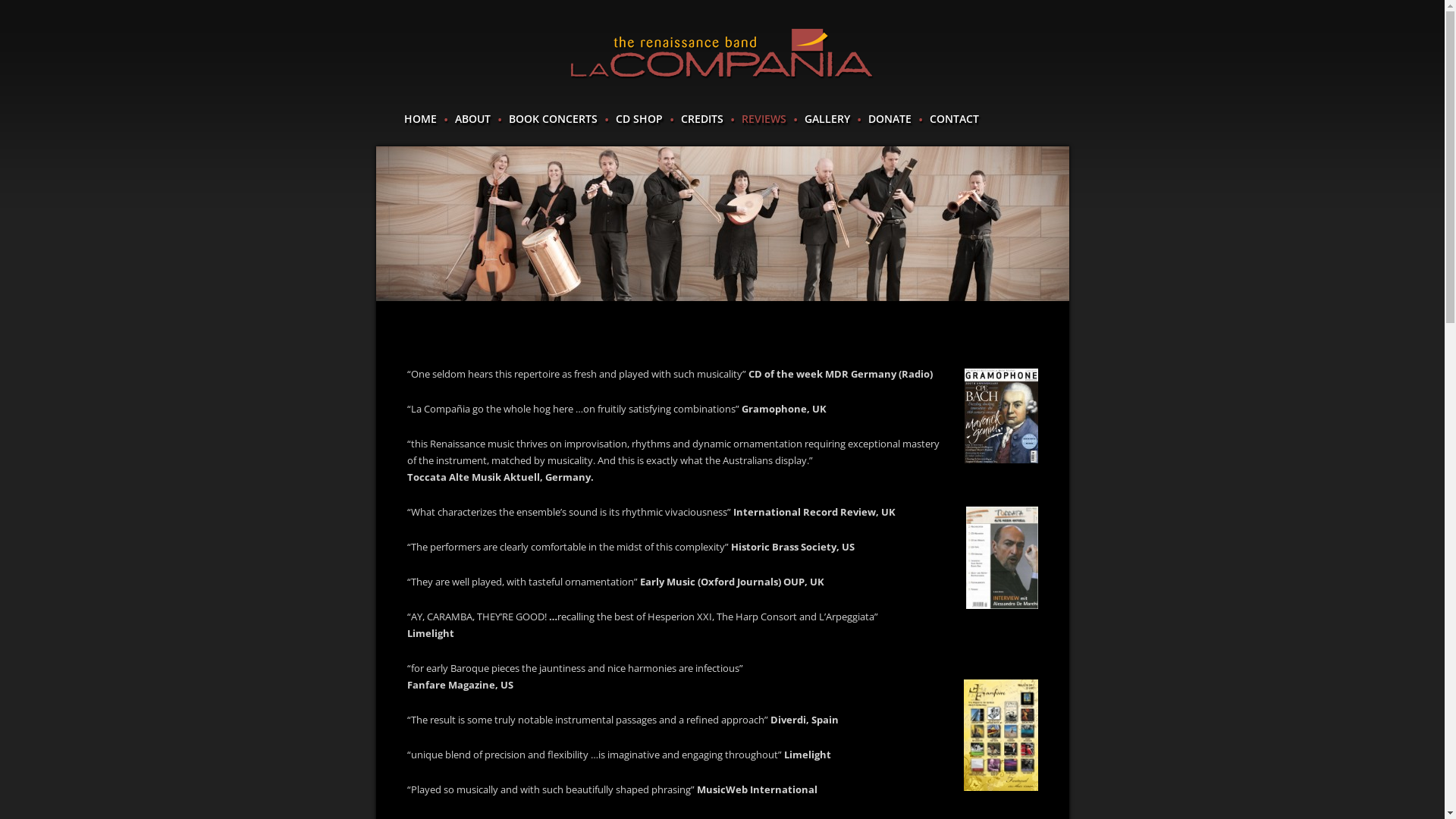 The width and height of the screenshot is (1456, 819). What do you see at coordinates (679, 118) in the screenshot?
I see `'CREDITS'` at bounding box center [679, 118].